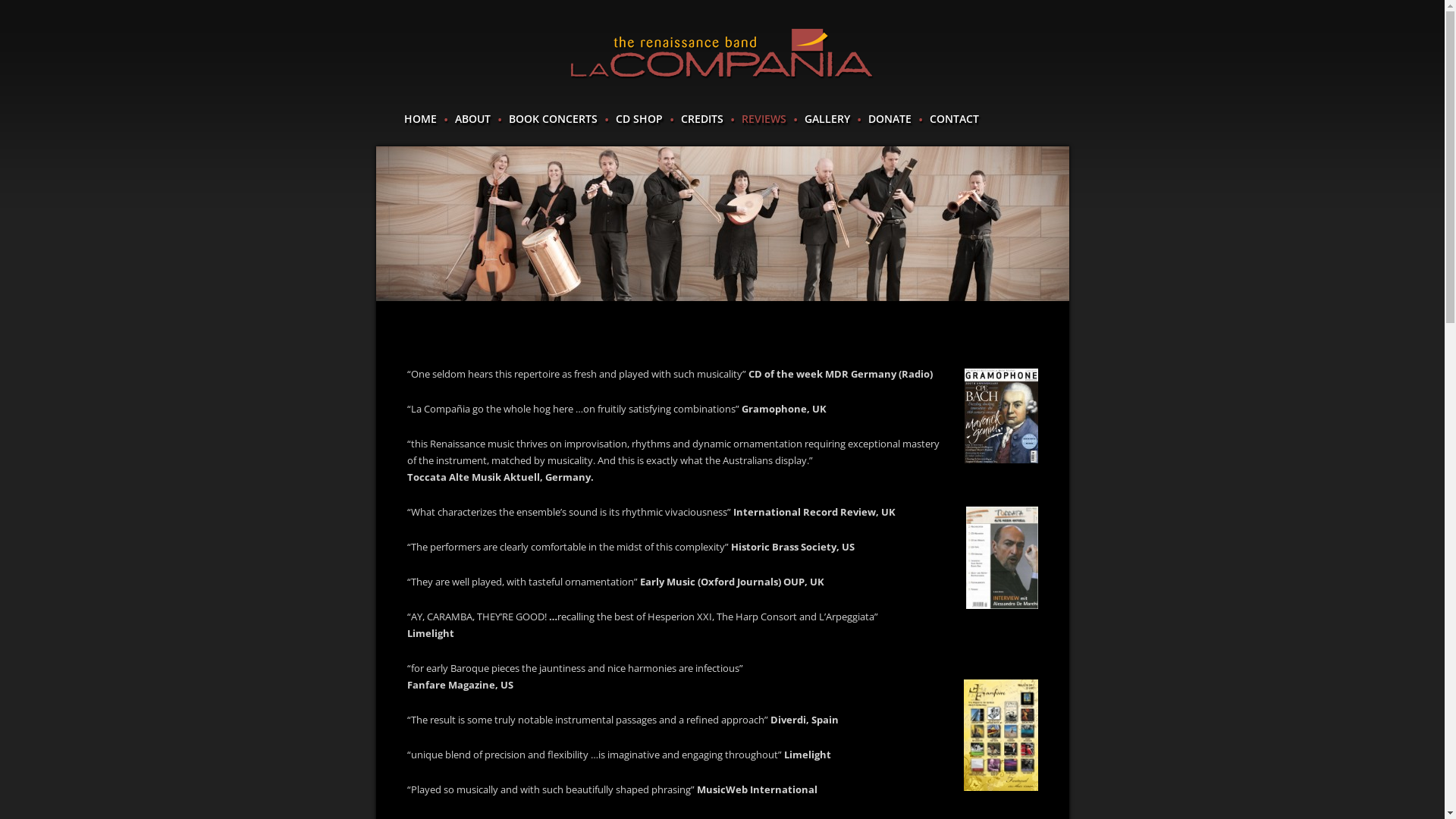 The width and height of the screenshot is (1456, 819). What do you see at coordinates (679, 118) in the screenshot?
I see `'CREDITS'` at bounding box center [679, 118].